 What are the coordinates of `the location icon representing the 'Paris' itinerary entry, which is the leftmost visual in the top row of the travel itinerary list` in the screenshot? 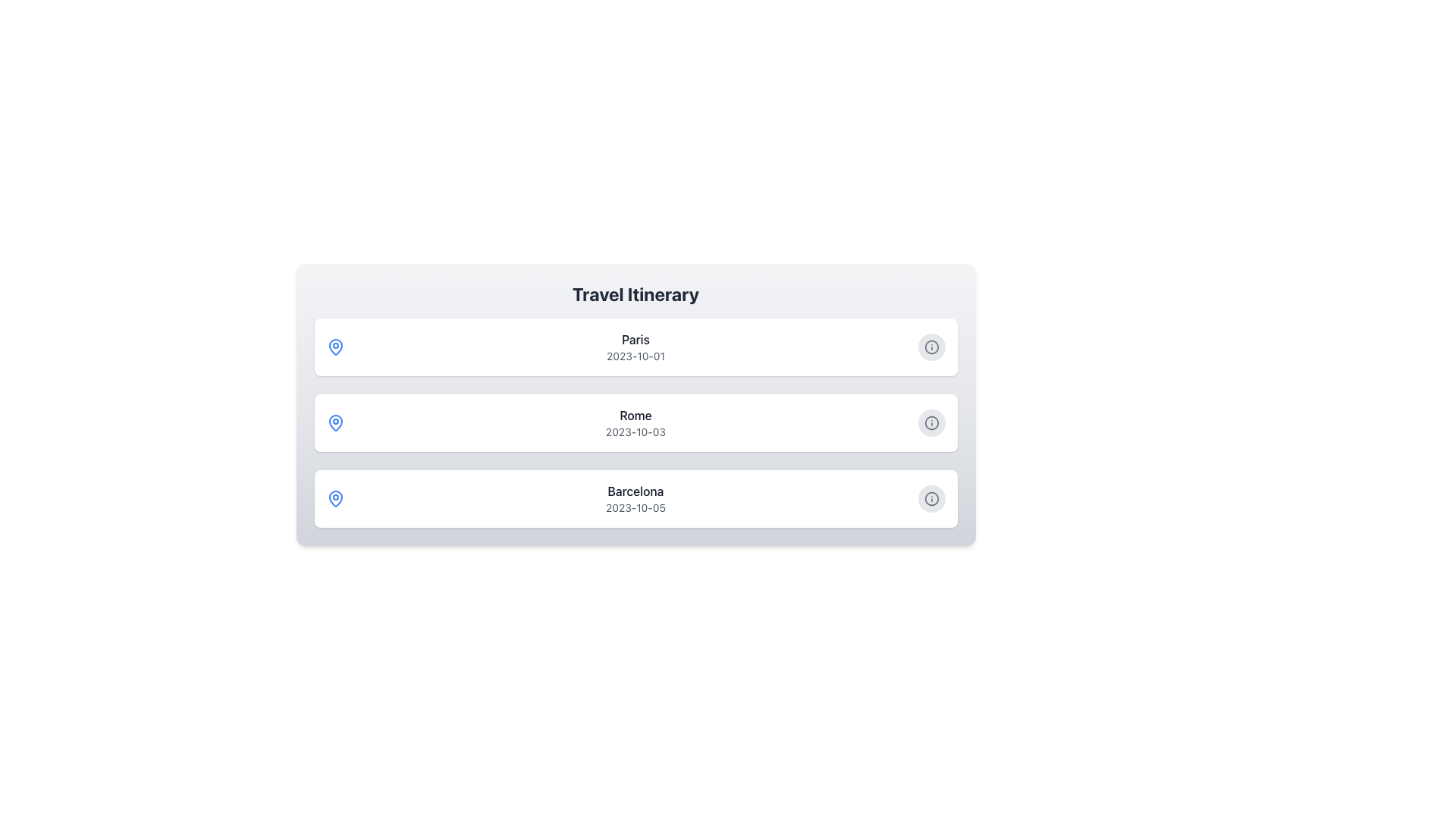 It's located at (334, 347).